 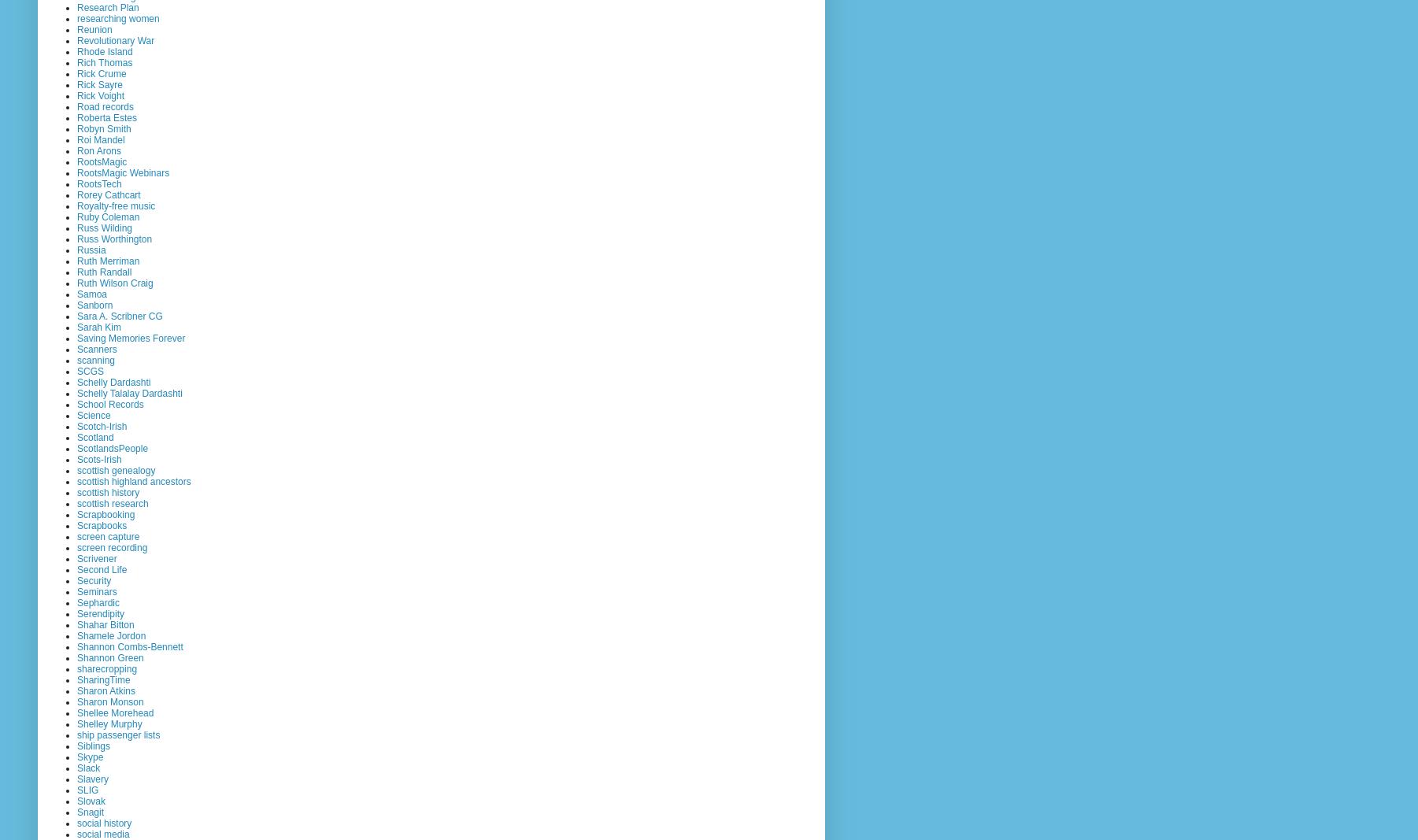 I want to click on 'Science', so click(x=94, y=413).